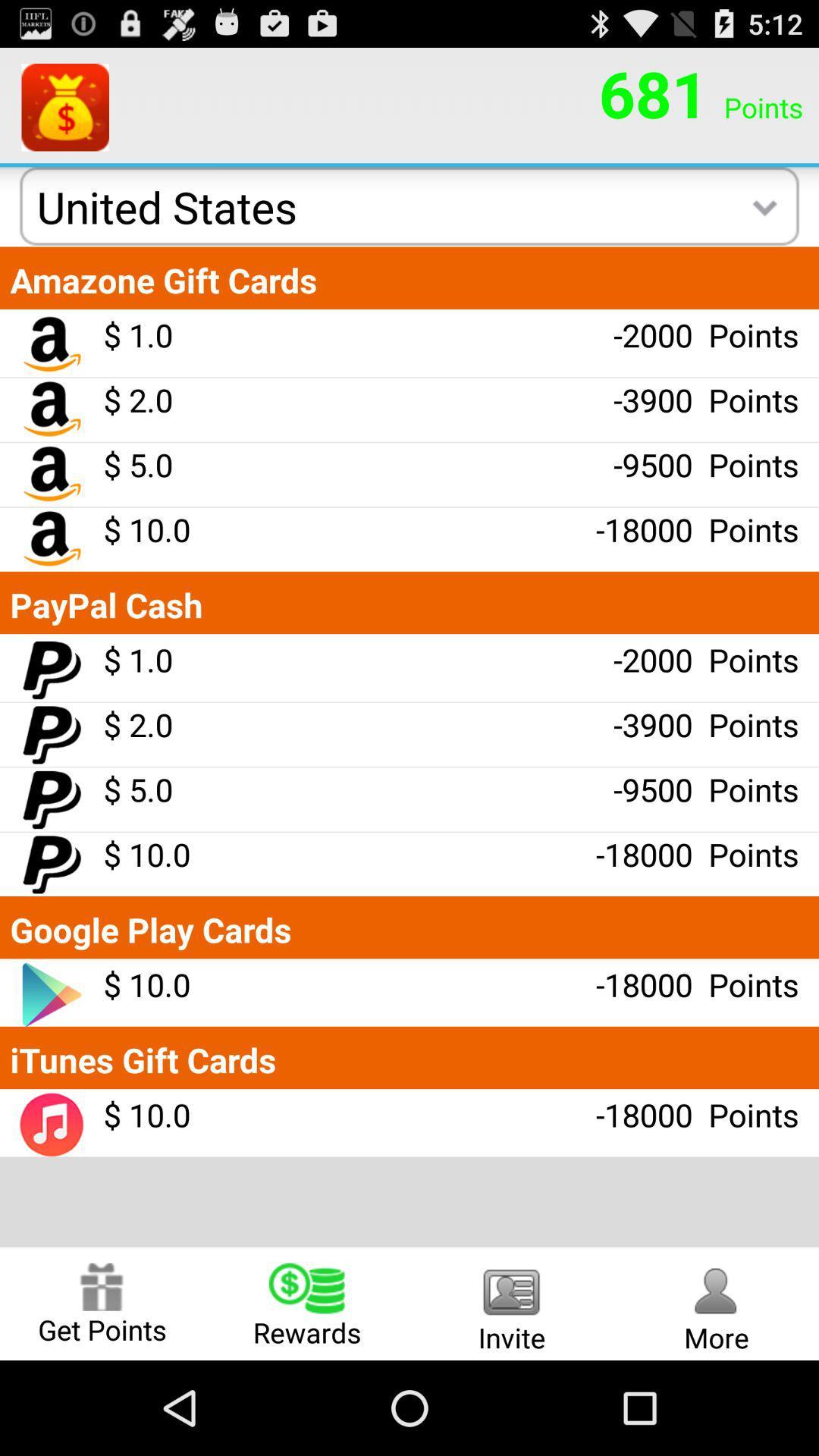 This screenshot has width=819, height=1456. What do you see at coordinates (307, 1303) in the screenshot?
I see `icon below $ 10.0` at bounding box center [307, 1303].